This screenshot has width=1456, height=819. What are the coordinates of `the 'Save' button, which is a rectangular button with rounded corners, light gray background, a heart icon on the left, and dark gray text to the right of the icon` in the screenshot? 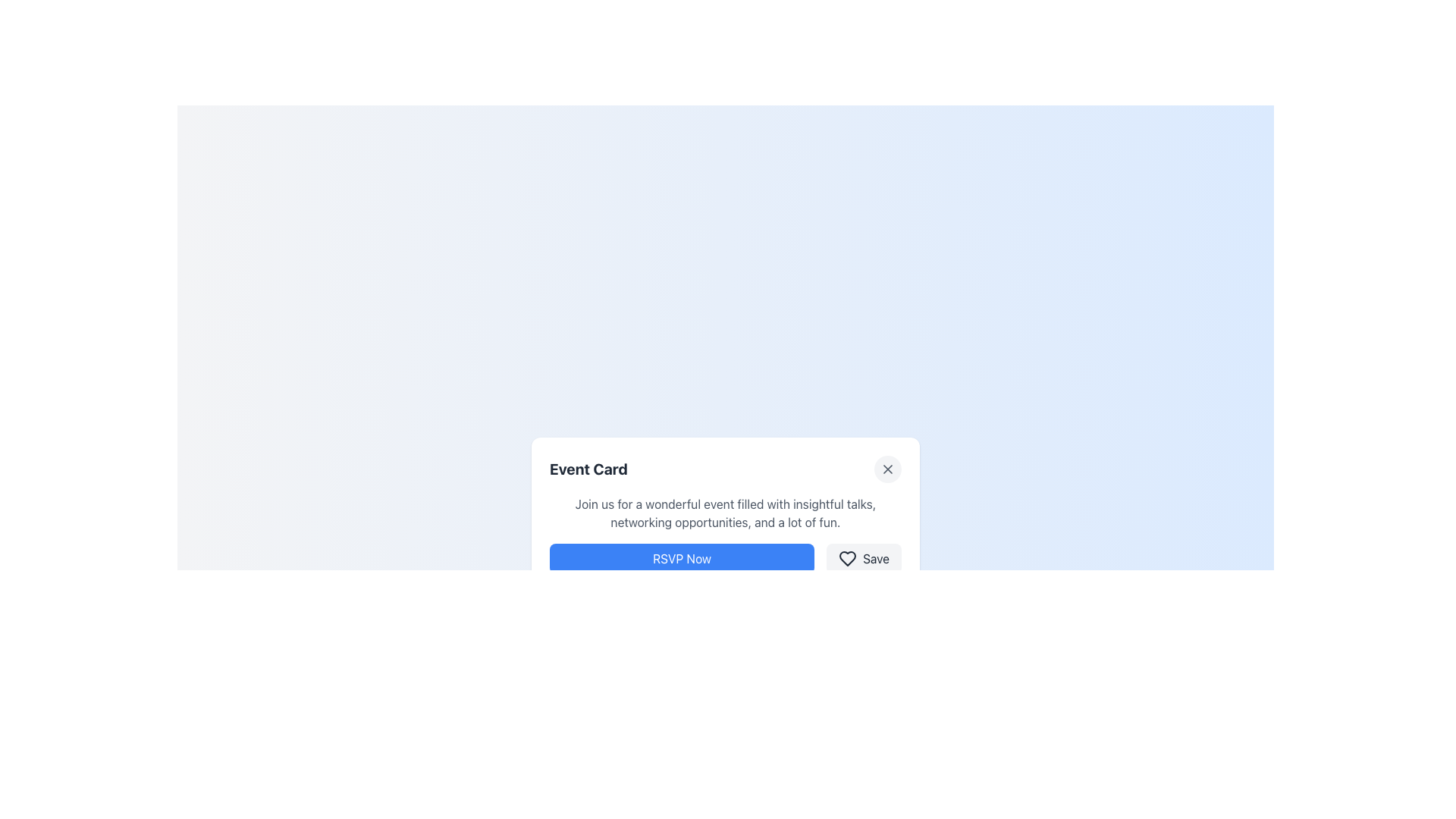 It's located at (864, 558).